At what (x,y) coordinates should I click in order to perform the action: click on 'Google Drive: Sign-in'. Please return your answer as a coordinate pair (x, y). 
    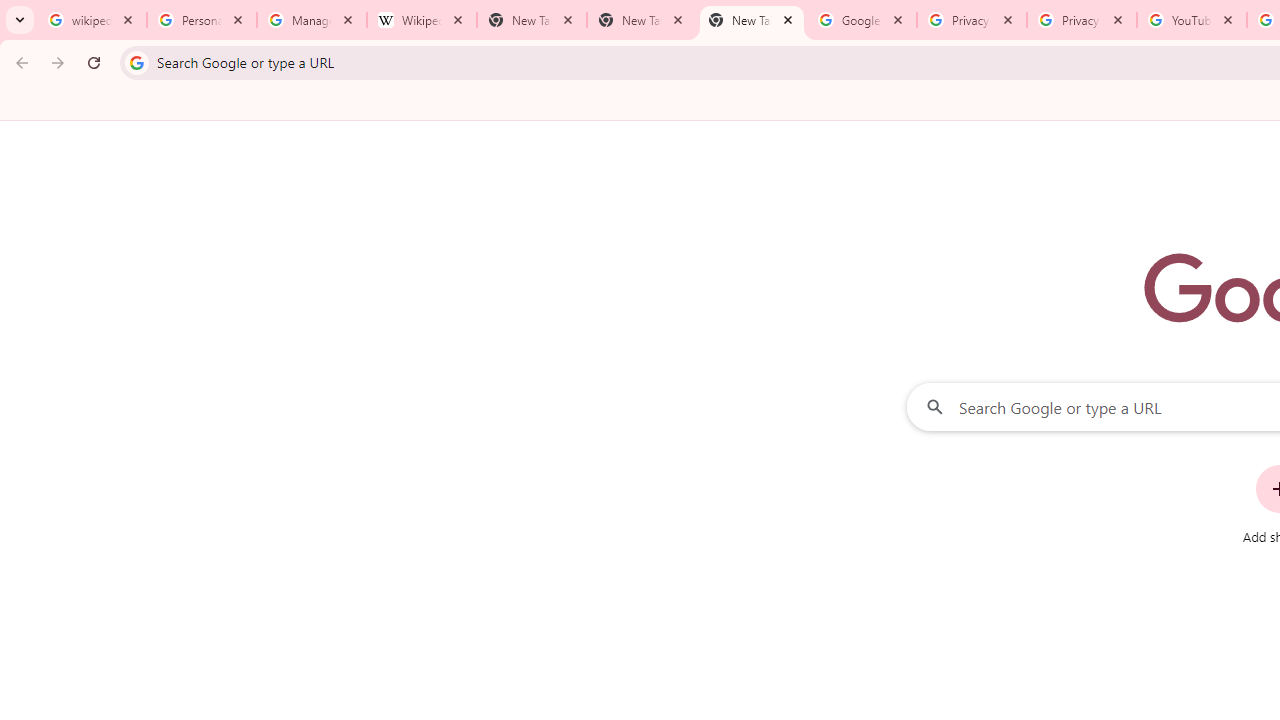
    Looking at the image, I should click on (861, 20).